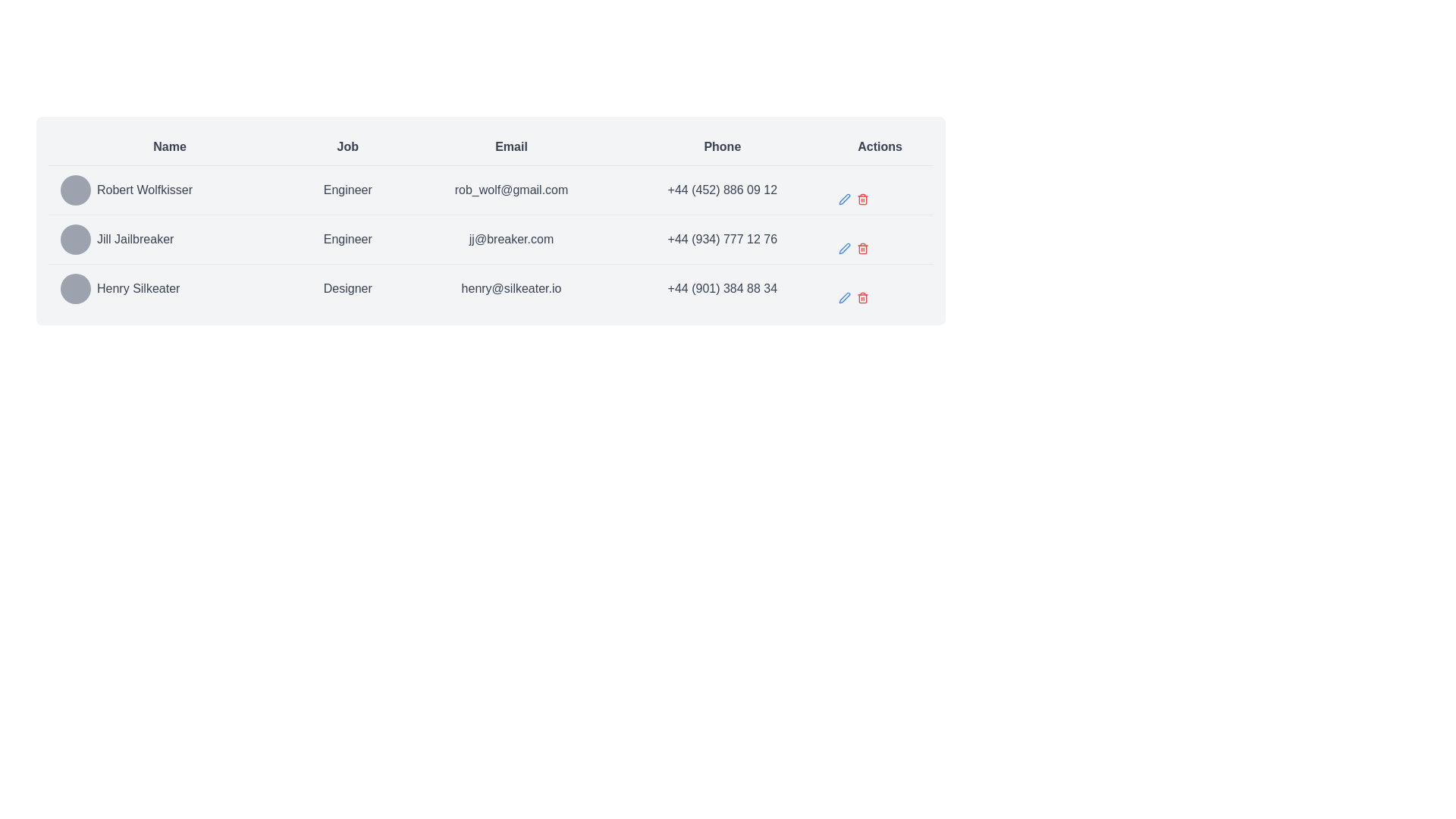  I want to click on the text label reading 'Job', which is styled in bold sans-serif font and centrally aligned within a light gray background, located in the header row of a tabular structure, so click(347, 147).